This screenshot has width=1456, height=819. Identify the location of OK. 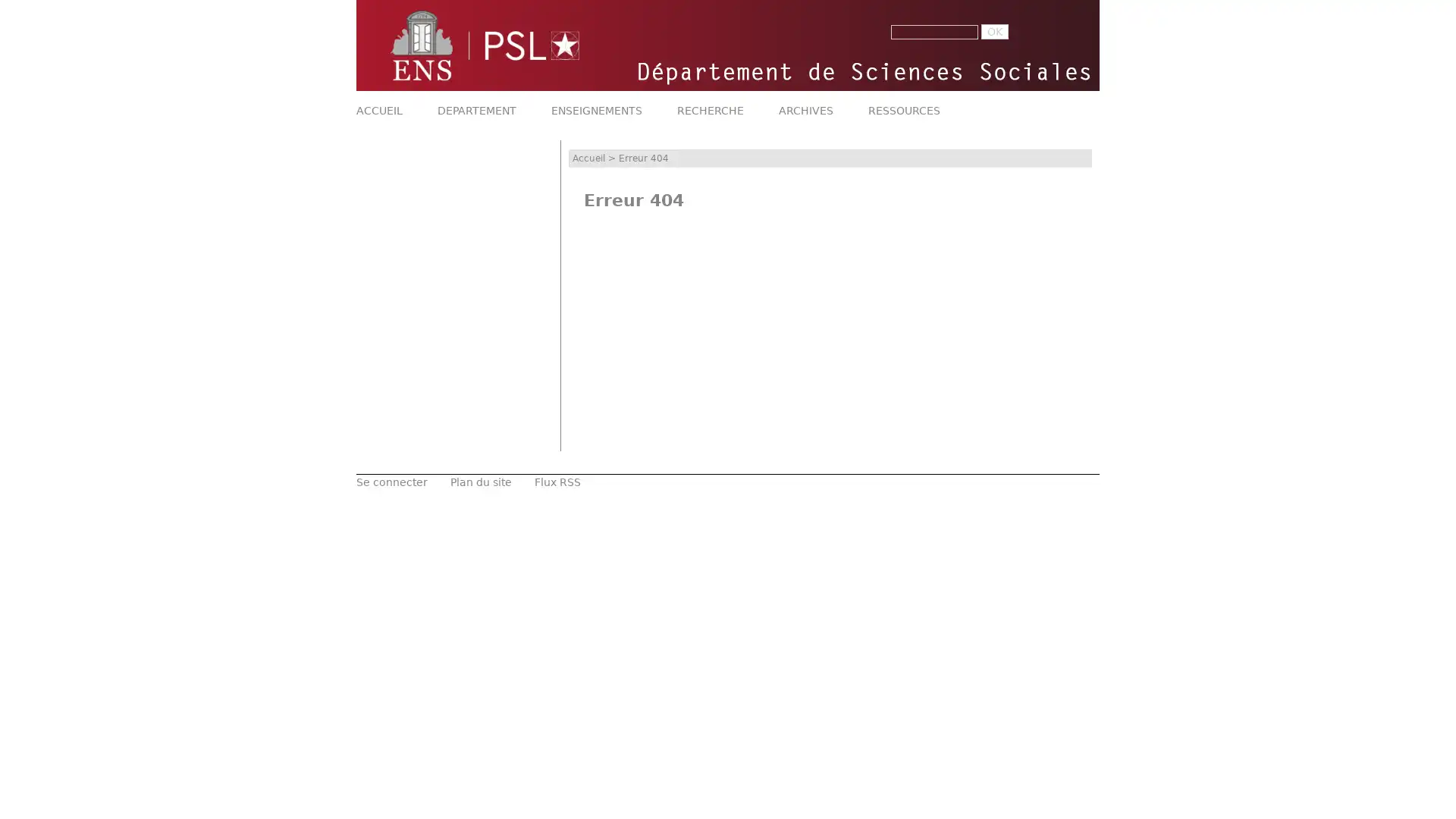
(994, 32).